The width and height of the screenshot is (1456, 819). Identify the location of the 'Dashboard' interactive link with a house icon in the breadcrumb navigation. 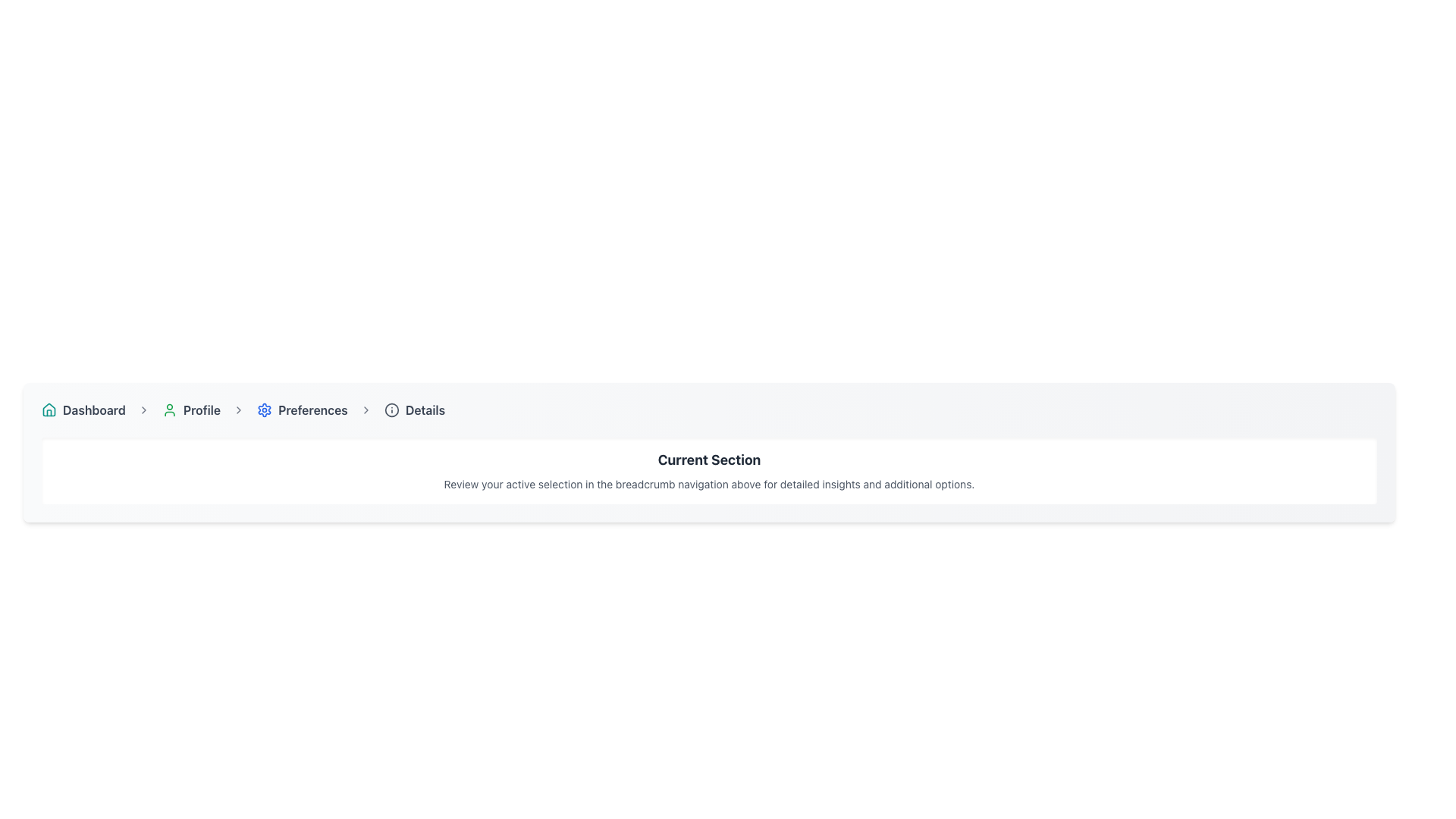
(83, 409).